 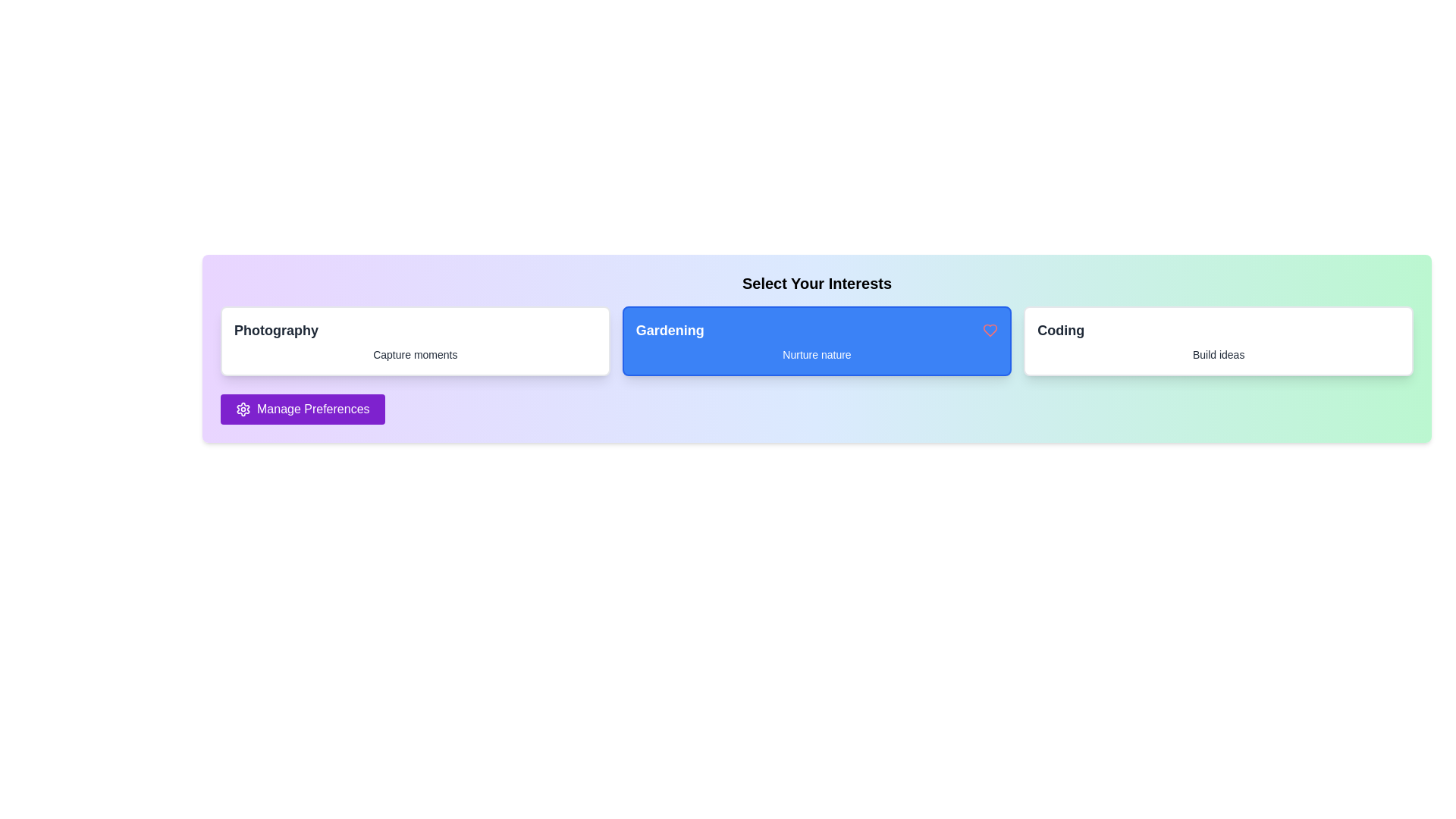 I want to click on the interest card labeled Gardening, so click(x=816, y=341).